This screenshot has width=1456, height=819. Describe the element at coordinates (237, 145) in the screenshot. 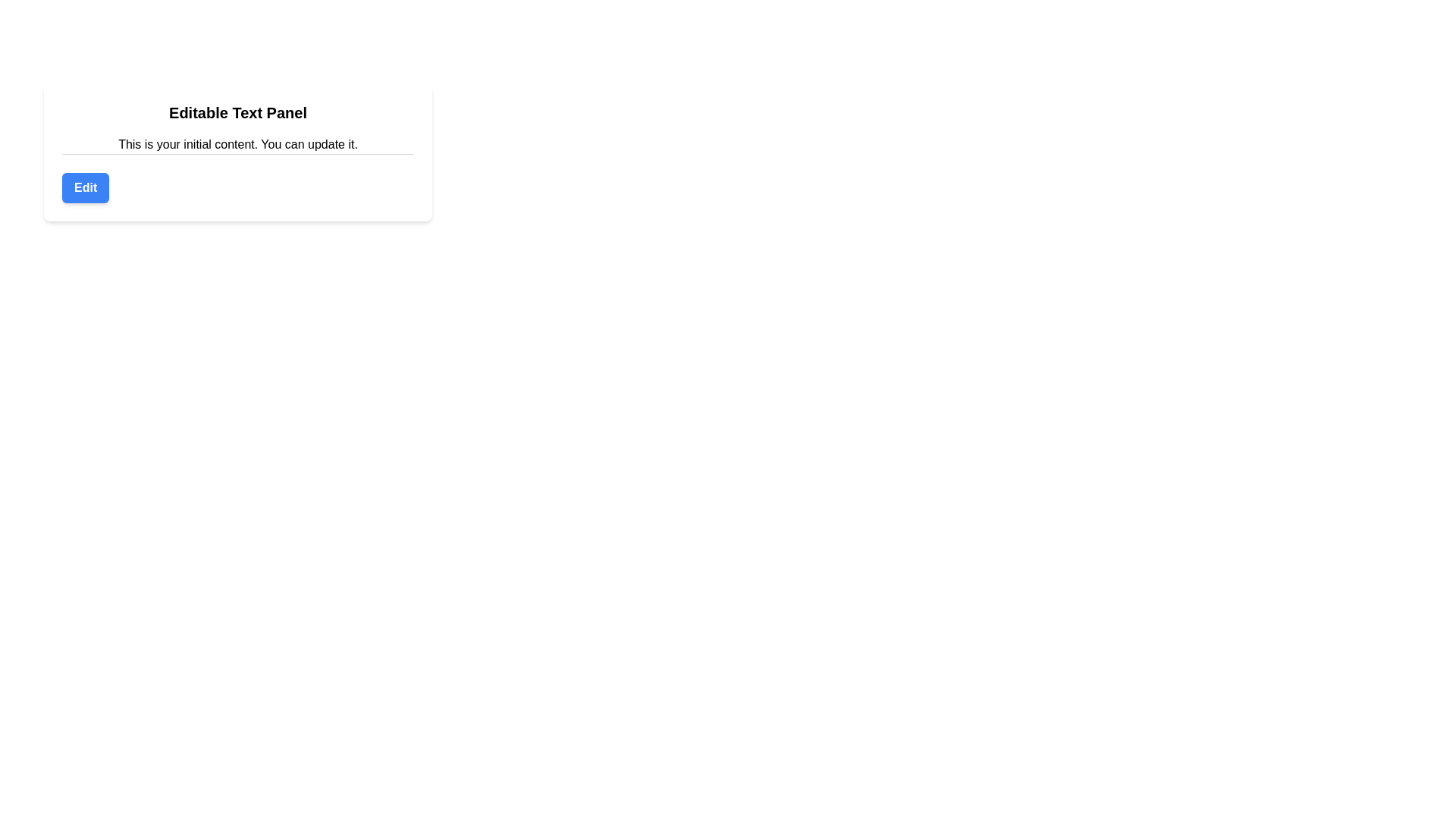

I see `the text display element that informs the user about editable content, positioned centrally beneath 'Editable Text Panel' and above the 'Edit' button` at that location.